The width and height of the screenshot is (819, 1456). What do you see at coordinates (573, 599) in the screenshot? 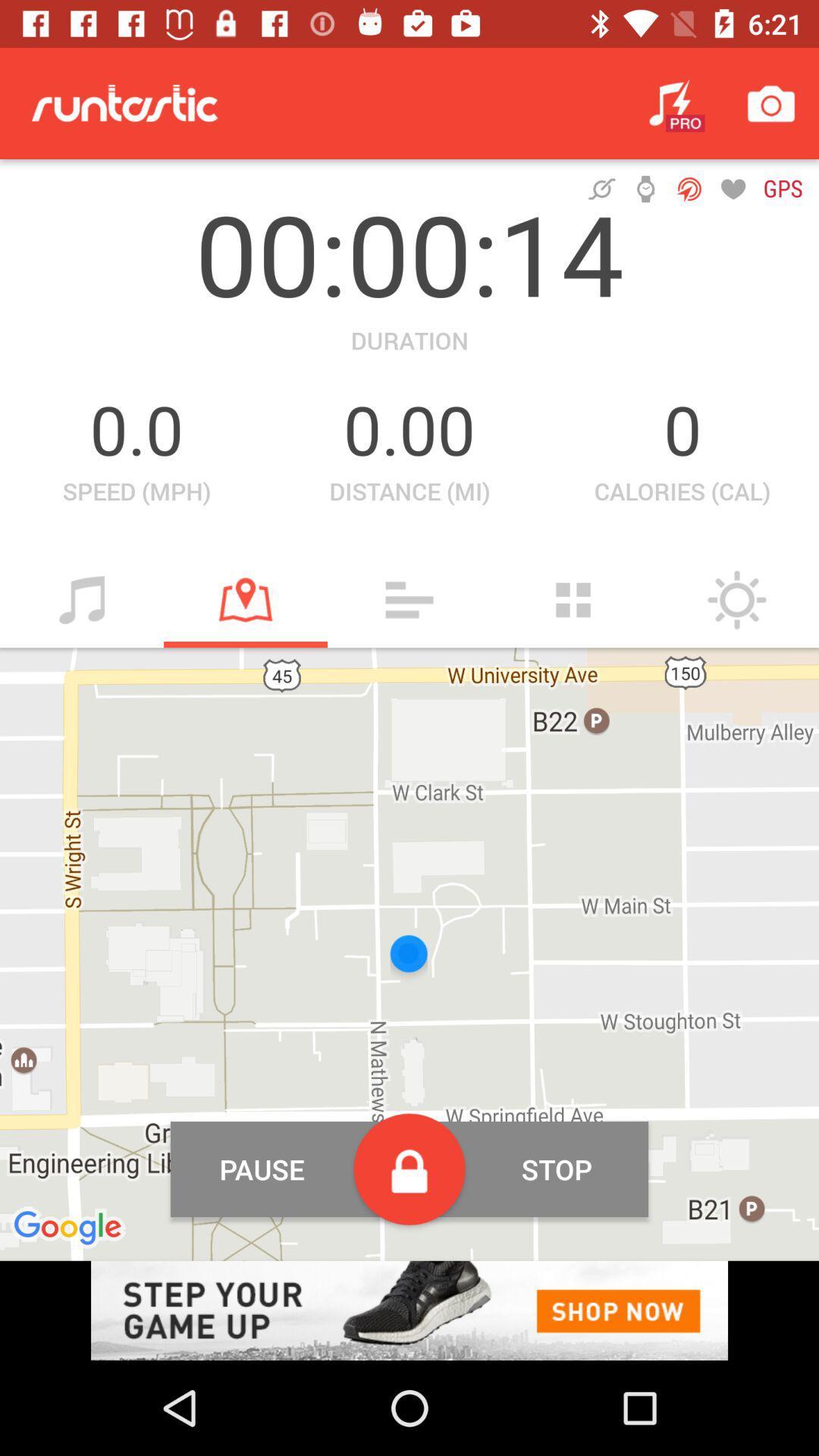
I see `grid view` at bounding box center [573, 599].